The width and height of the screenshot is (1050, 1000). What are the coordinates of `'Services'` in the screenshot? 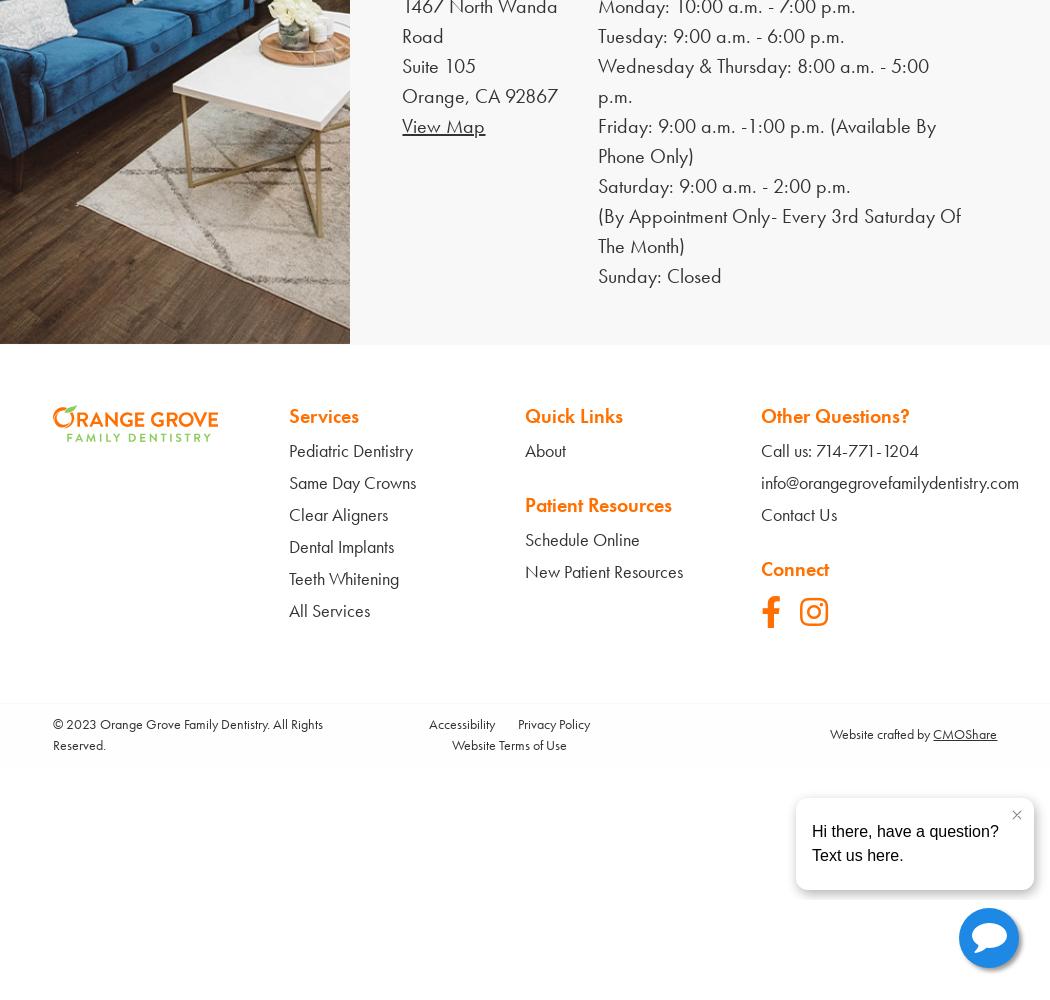 It's located at (287, 415).